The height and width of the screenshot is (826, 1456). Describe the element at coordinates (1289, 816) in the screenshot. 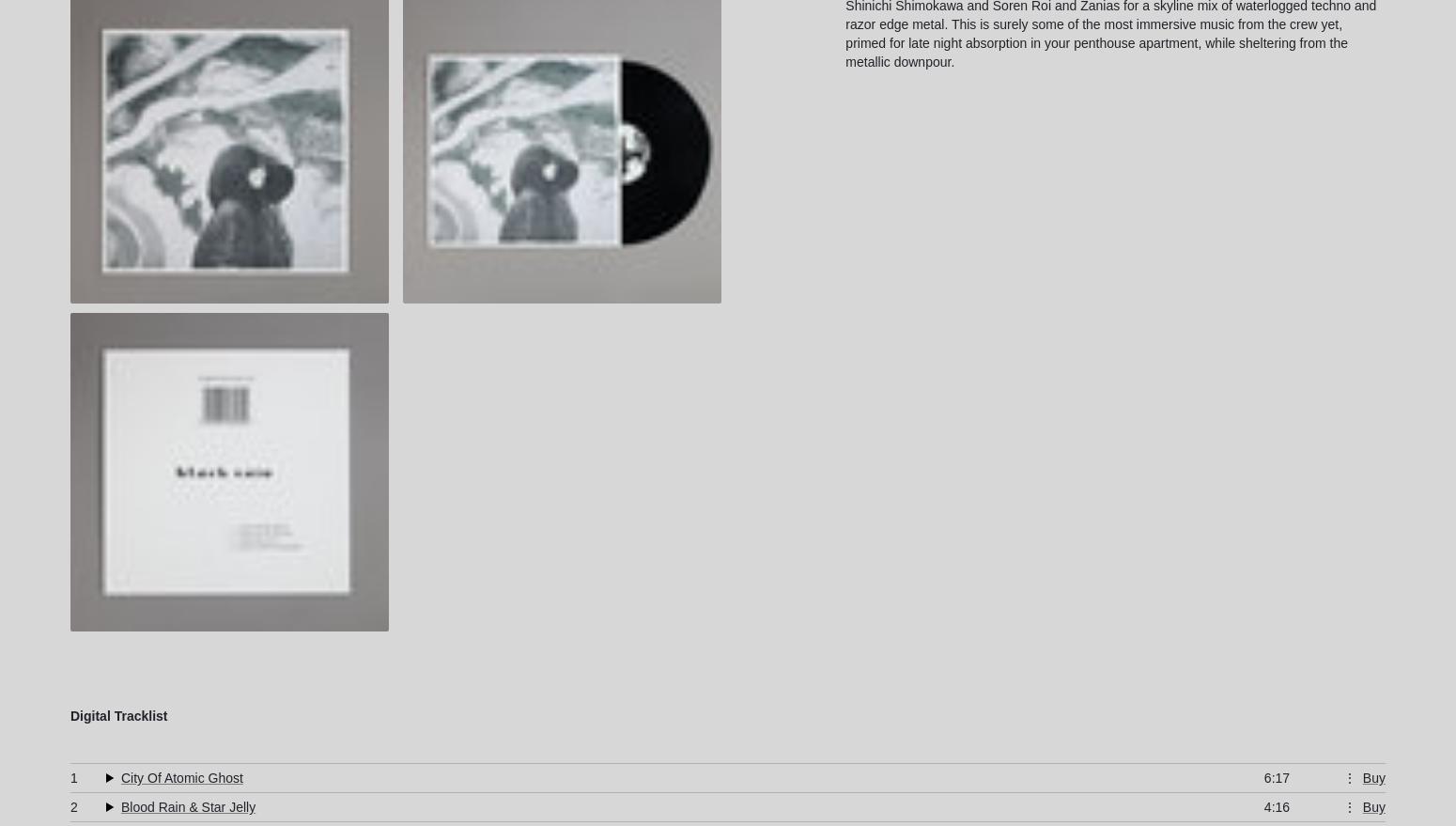

I see `'WAV (24-bit)'` at that location.